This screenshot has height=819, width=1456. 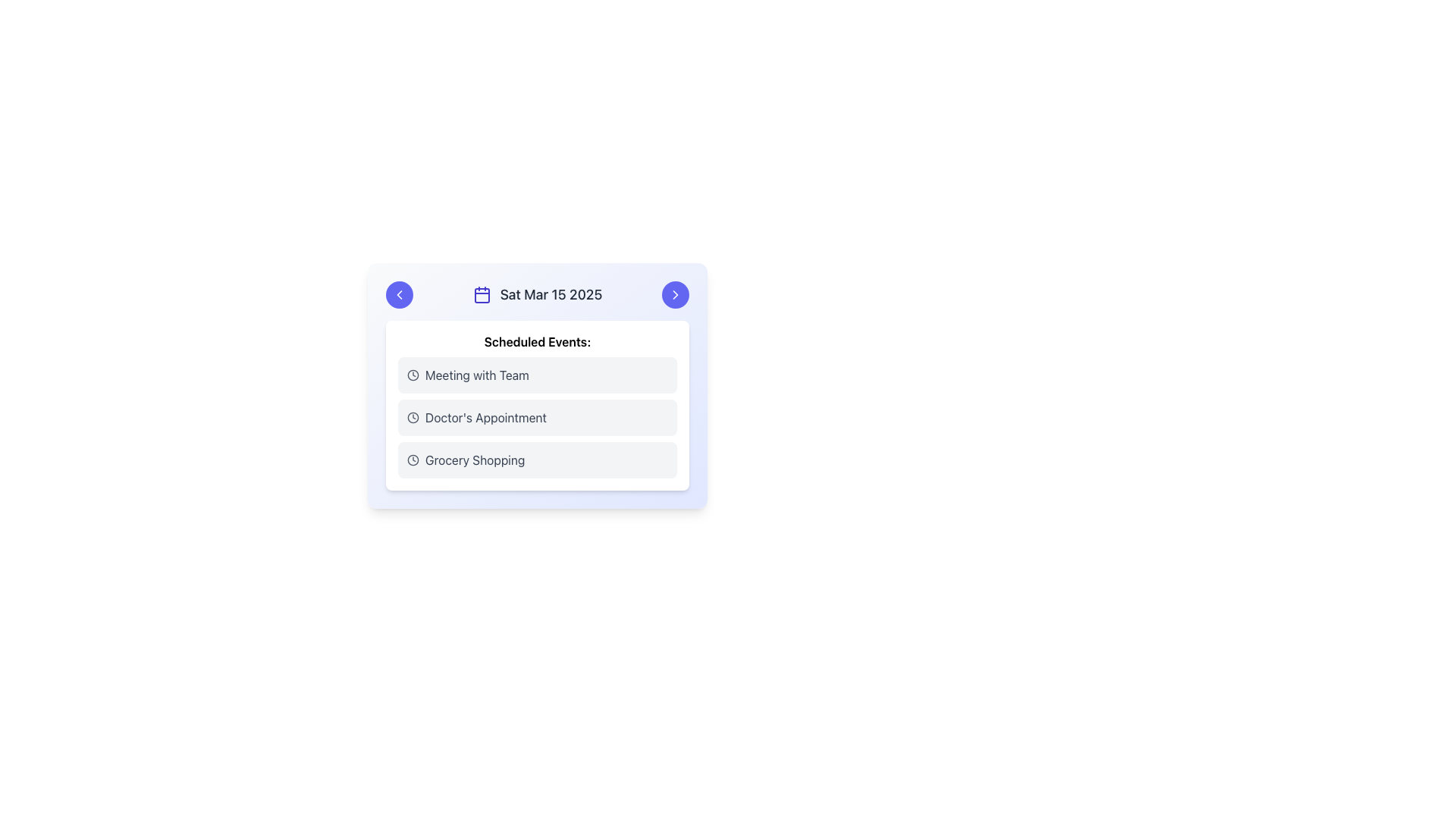 What do you see at coordinates (413, 459) in the screenshot?
I see `the minimalist clock icon located to the left of the 'Grocery Shopping' text` at bounding box center [413, 459].